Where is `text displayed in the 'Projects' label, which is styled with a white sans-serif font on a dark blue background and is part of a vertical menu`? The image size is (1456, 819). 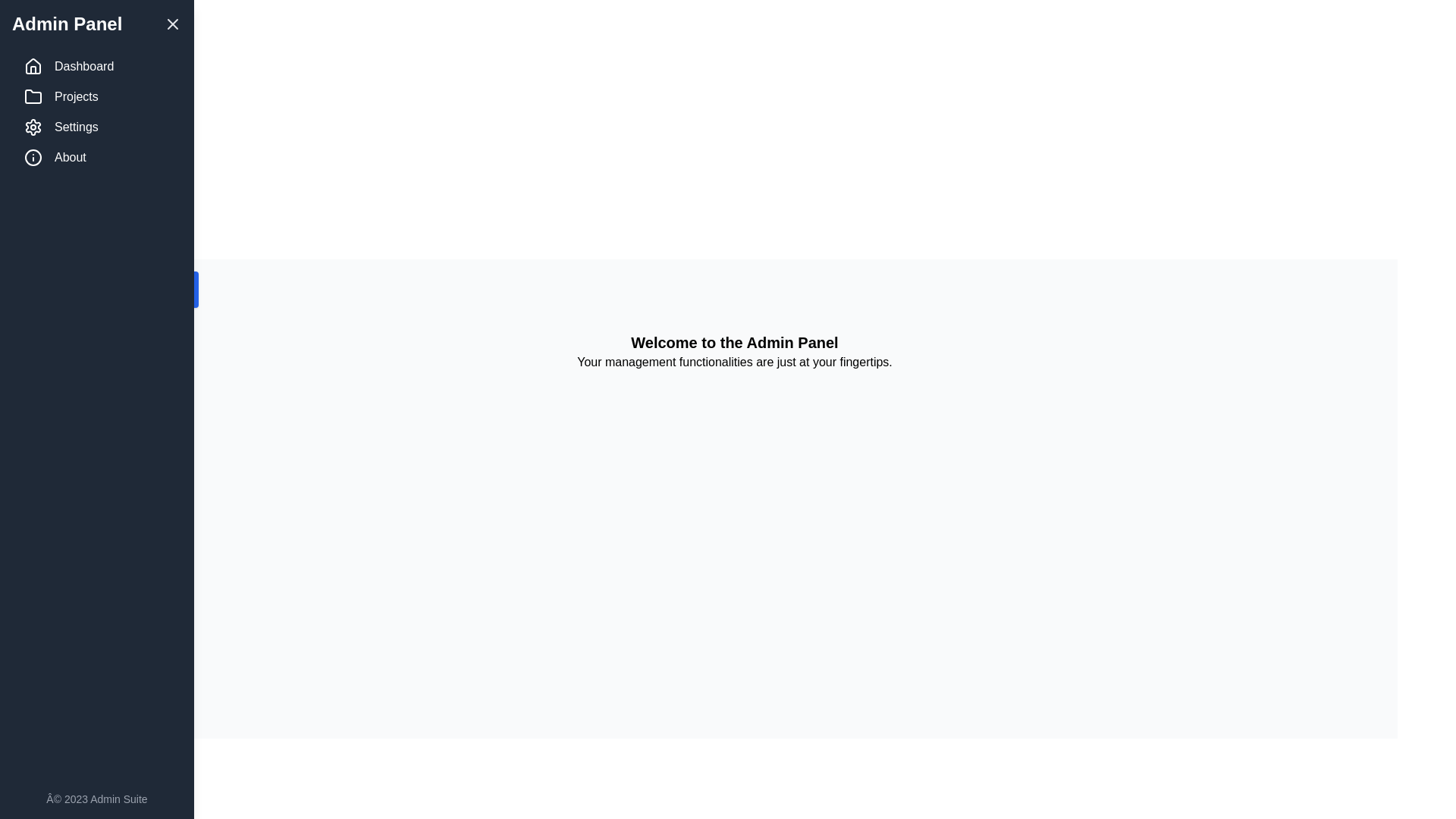 text displayed in the 'Projects' label, which is styled with a white sans-serif font on a dark blue background and is part of a vertical menu is located at coordinates (75, 96).